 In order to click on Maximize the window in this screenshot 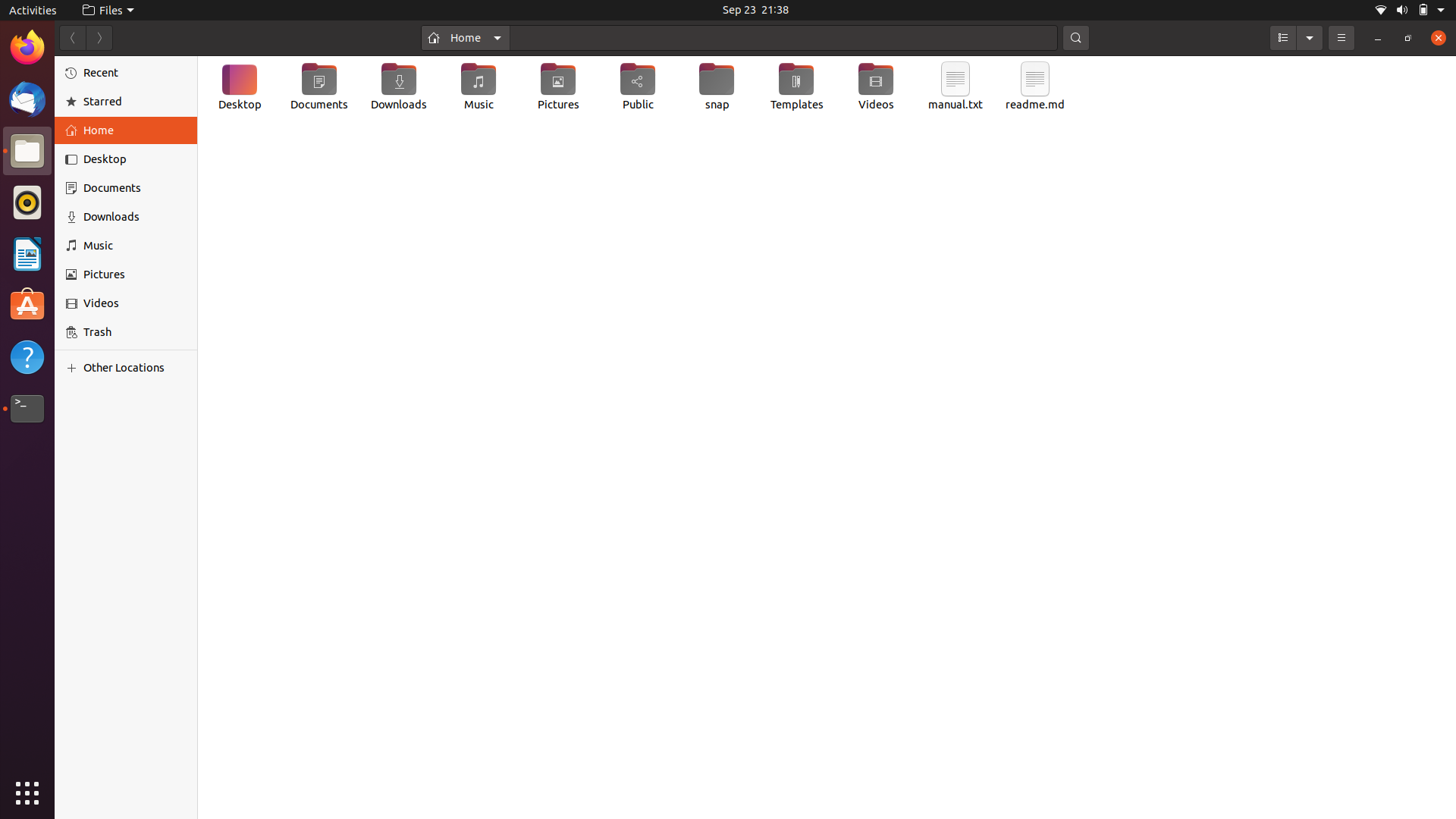, I will do `click(1406, 37)`.